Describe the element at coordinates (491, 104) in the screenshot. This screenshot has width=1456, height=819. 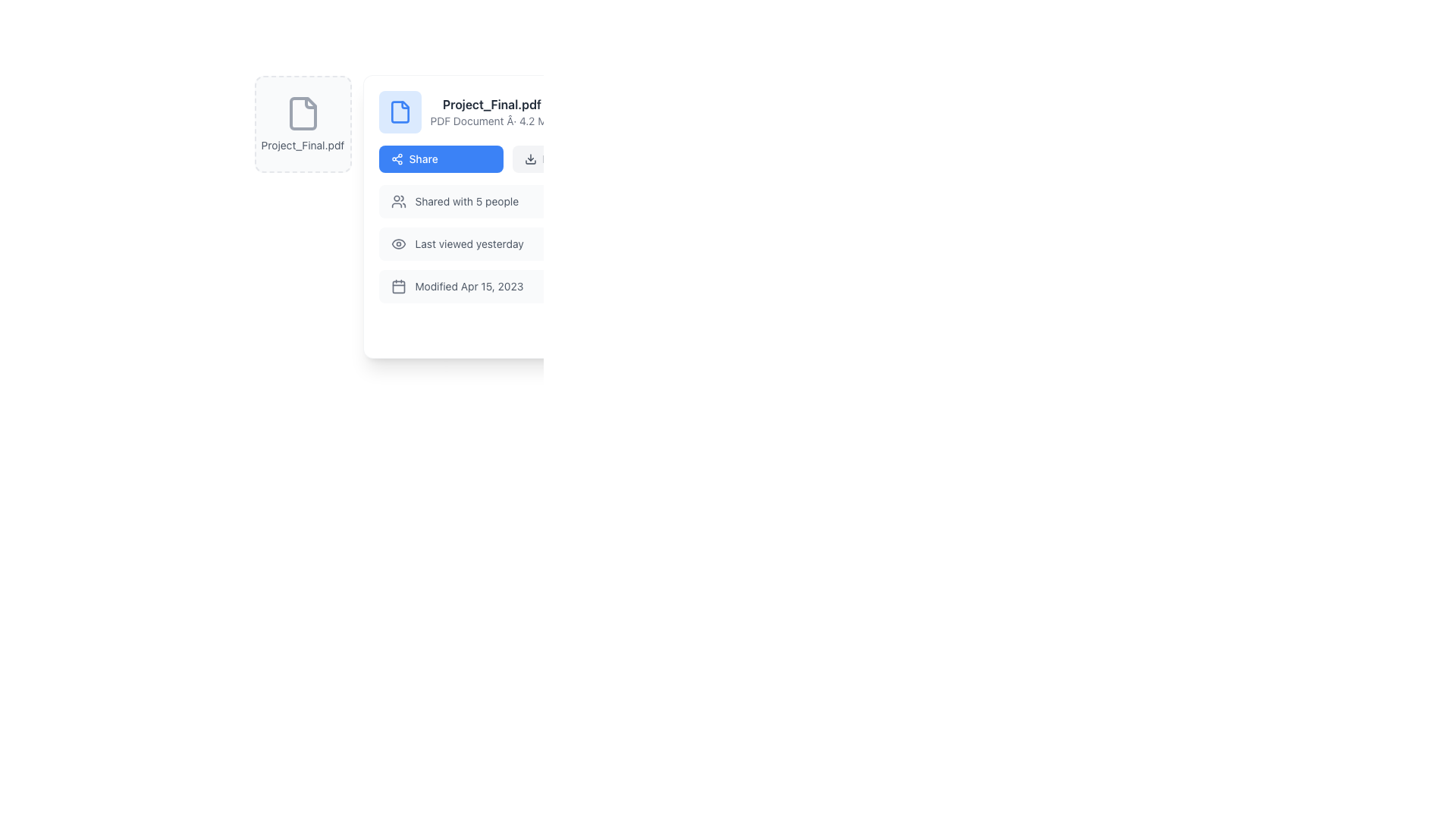
I see `the text label that serves as the title or filename of the document displayed, located at the upper section of a card layout` at that location.